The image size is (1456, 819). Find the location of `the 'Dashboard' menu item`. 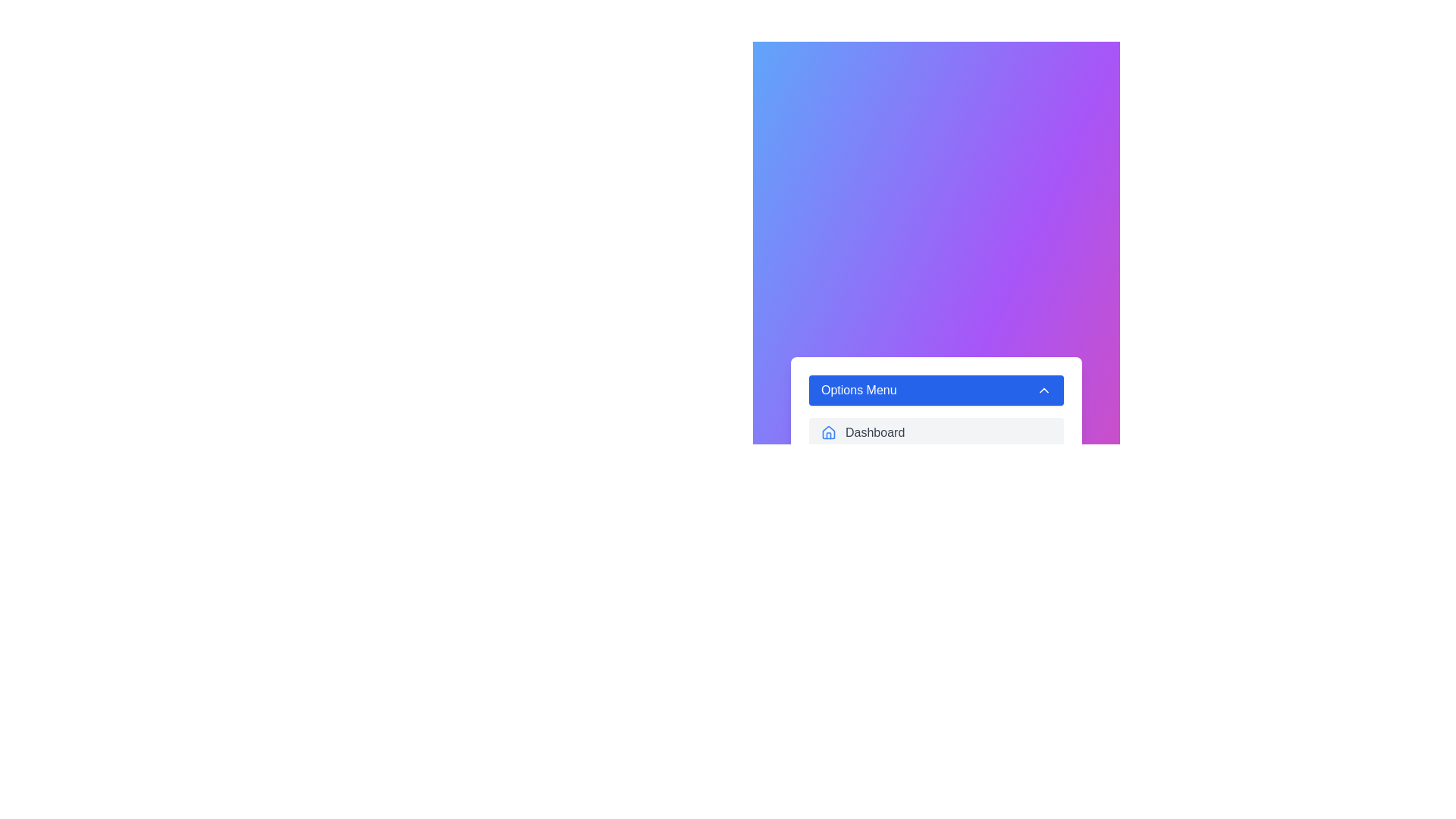

the 'Dashboard' menu item is located at coordinates (935, 432).